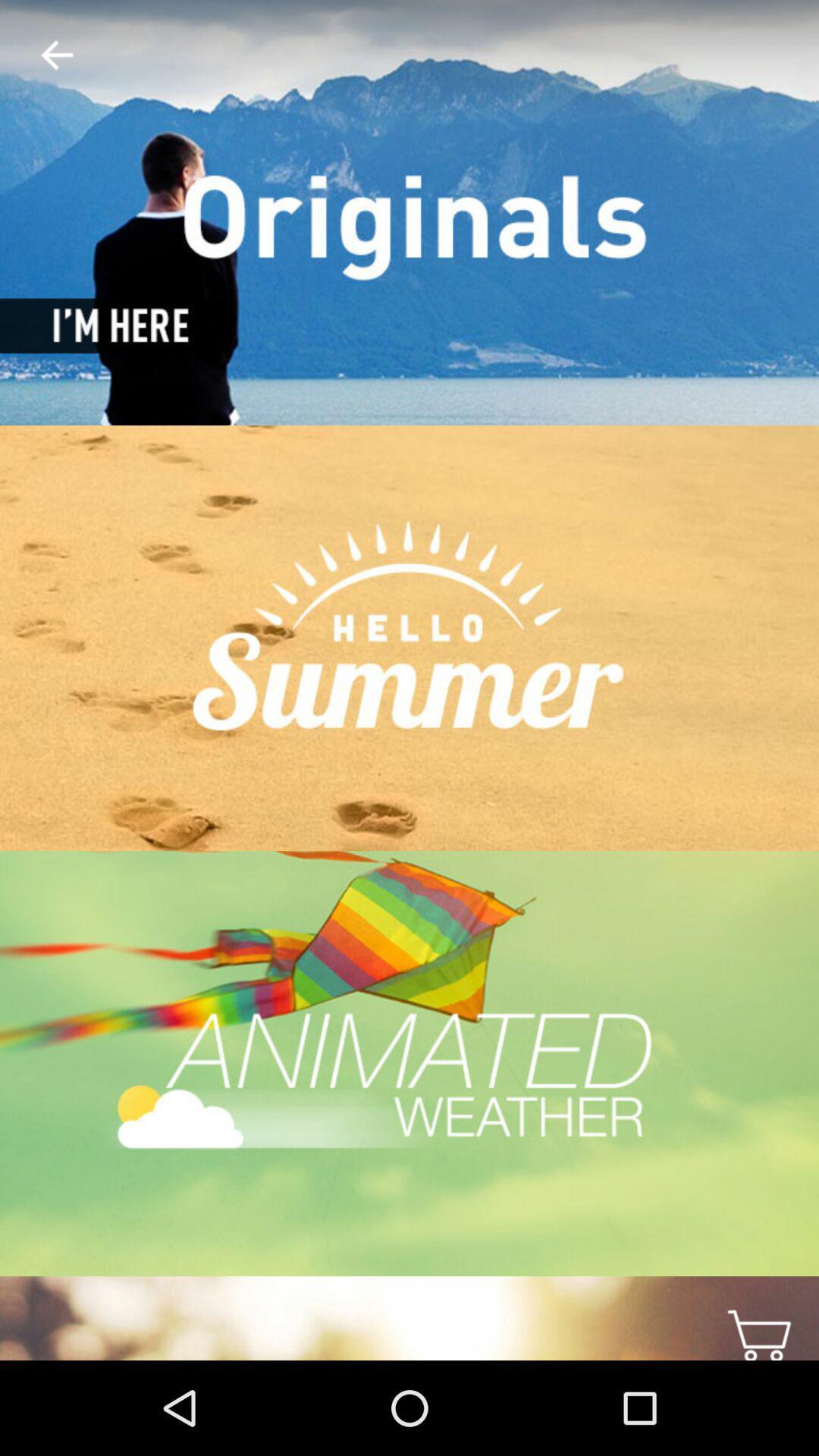 This screenshot has height=1456, width=819. What do you see at coordinates (44, 55) in the screenshot?
I see `the item at the top left corner` at bounding box center [44, 55].